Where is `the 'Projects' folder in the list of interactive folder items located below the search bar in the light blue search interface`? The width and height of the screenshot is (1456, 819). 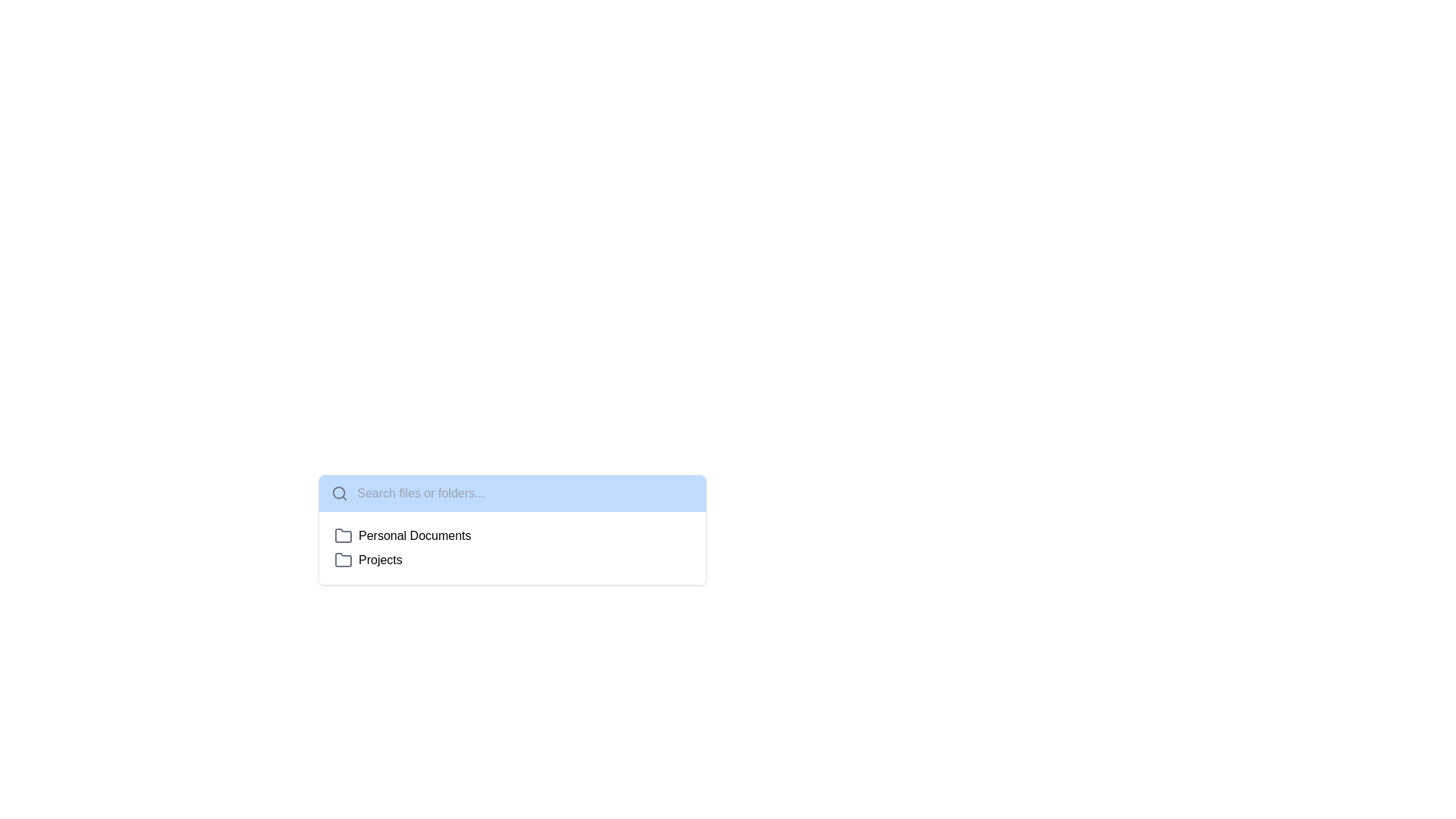 the 'Projects' folder in the list of interactive folder items located below the search bar in the light blue search interface is located at coordinates (513, 548).